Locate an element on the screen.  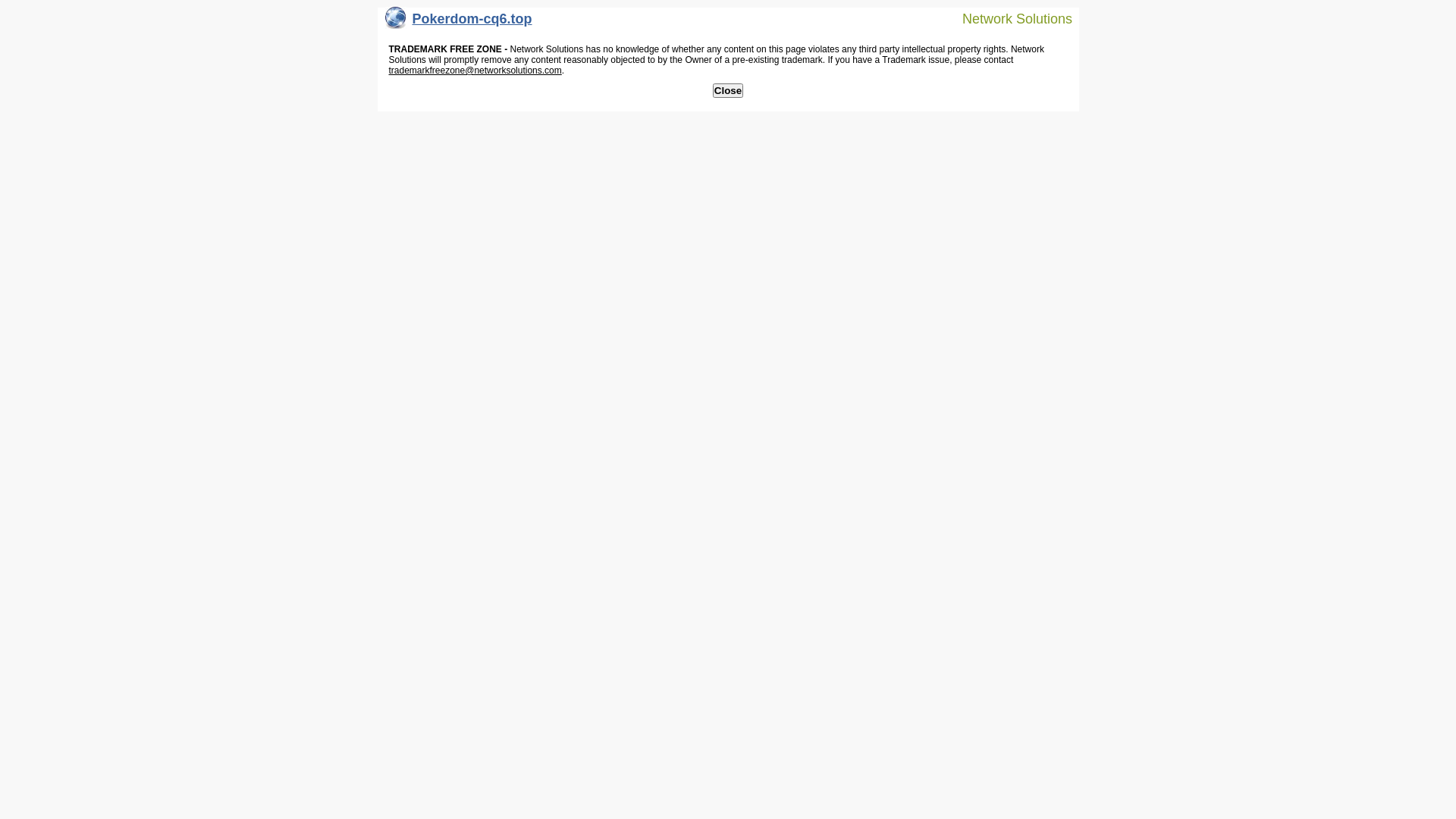
'Network Solutions' is located at coordinates (1008, 17).